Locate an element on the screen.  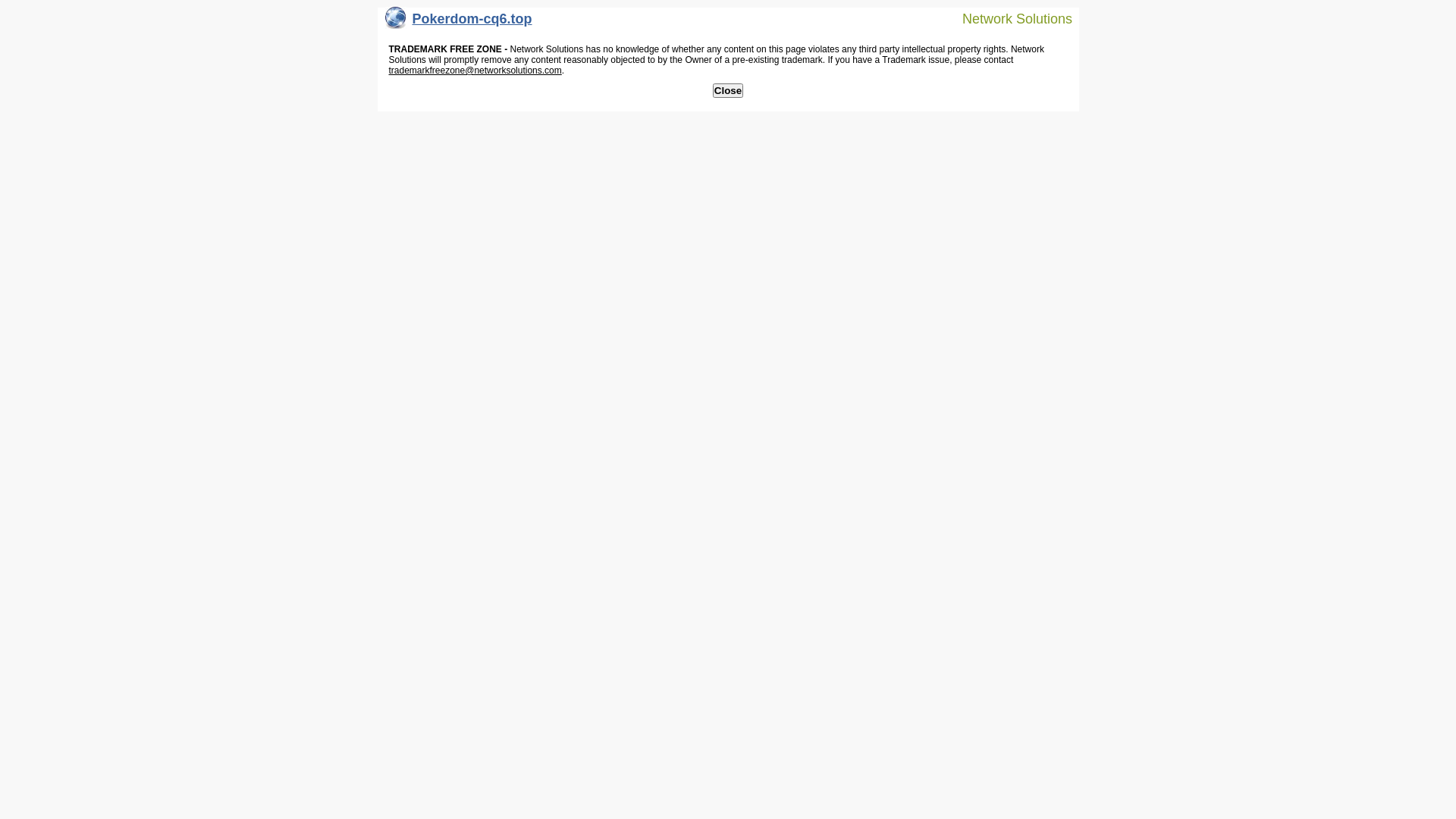
'Network Solutions' is located at coordinates (1008, 17).